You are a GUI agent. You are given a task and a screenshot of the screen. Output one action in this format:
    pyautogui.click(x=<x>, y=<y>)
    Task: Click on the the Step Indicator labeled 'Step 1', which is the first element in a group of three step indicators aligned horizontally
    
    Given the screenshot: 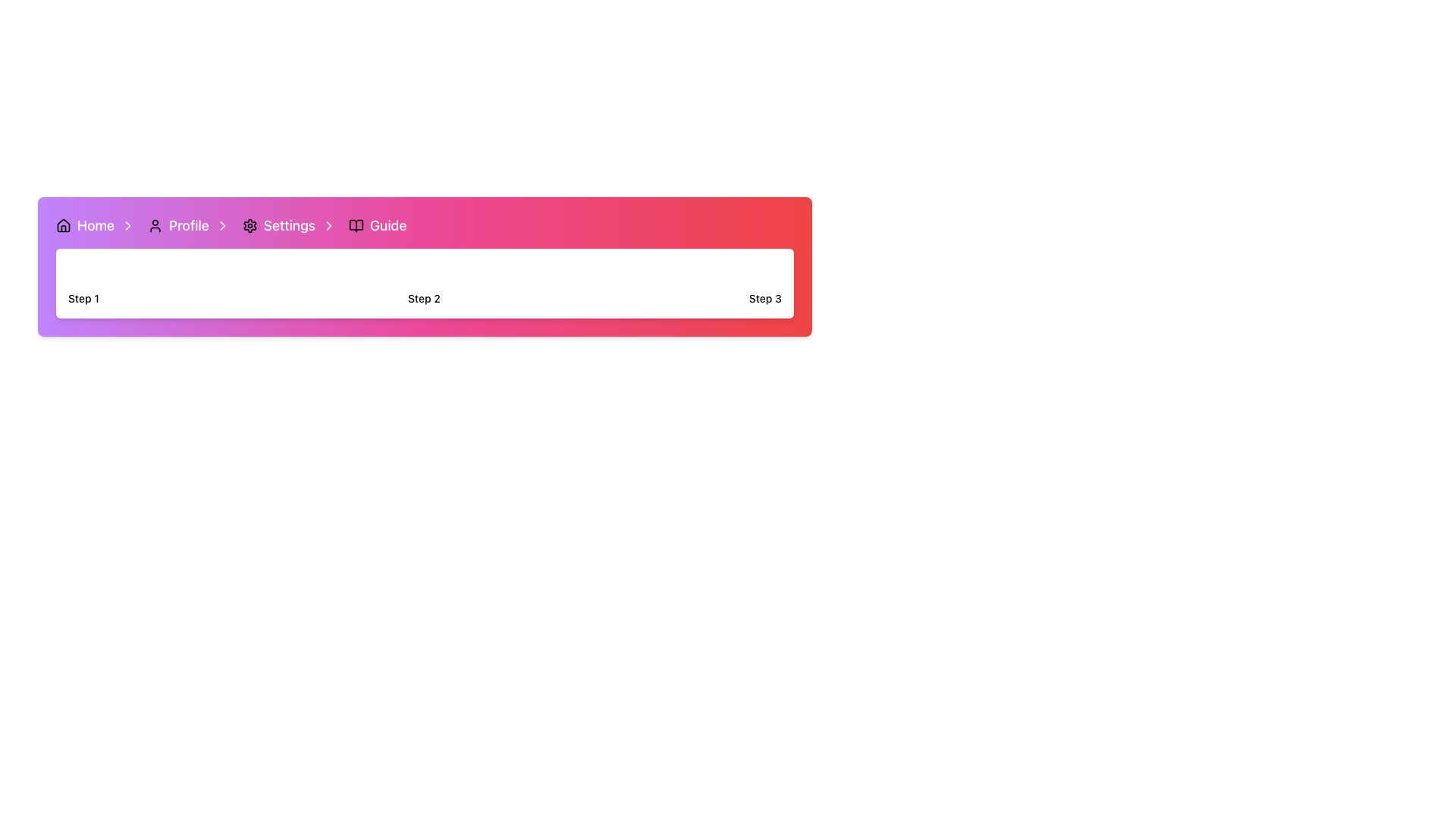 What is the action you would take?
    pyautogui.click(x=83, y=284)
    